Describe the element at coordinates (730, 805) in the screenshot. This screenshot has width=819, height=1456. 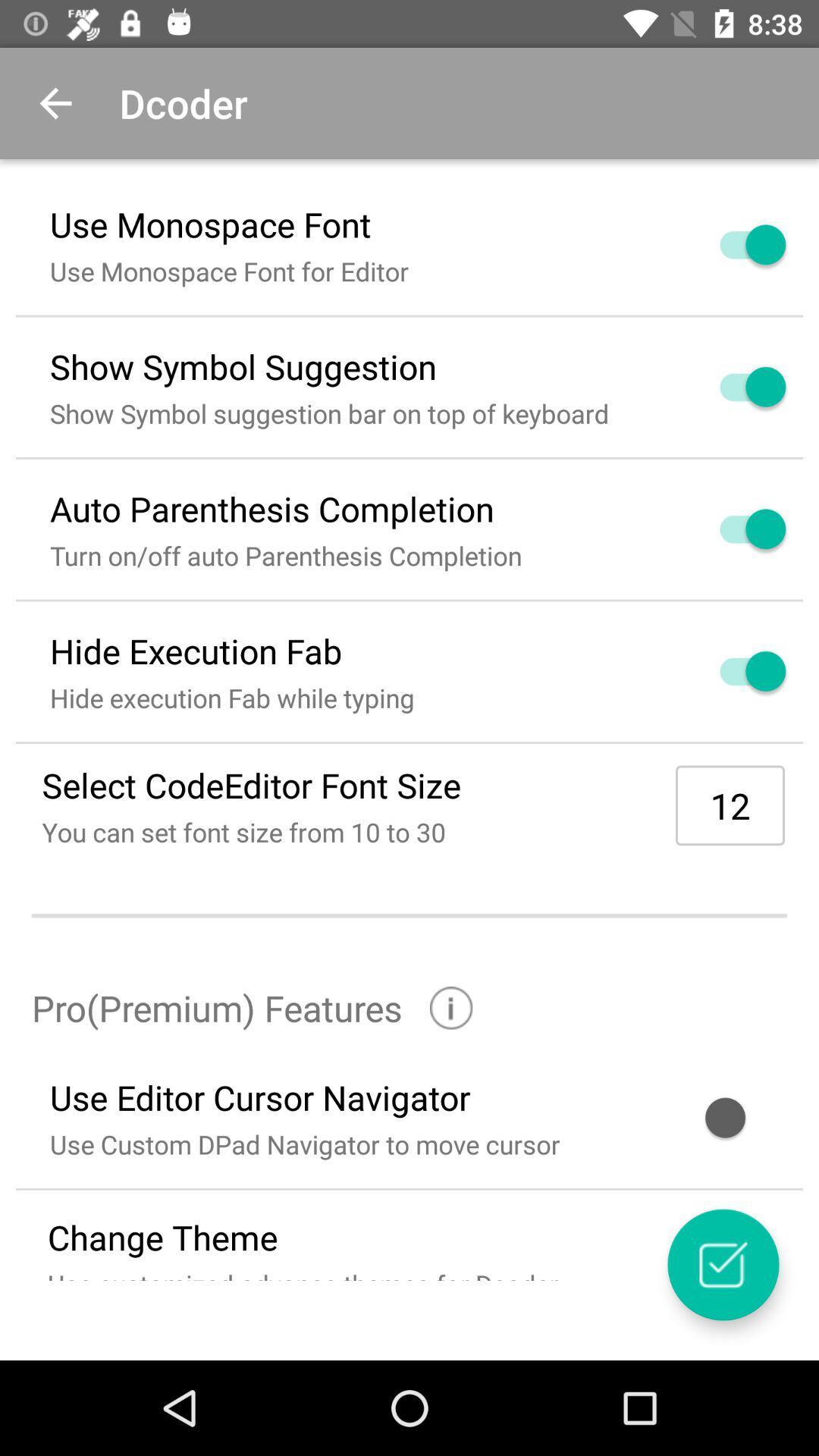
I see `the icon next to the select codeeditor font icon` at that location.